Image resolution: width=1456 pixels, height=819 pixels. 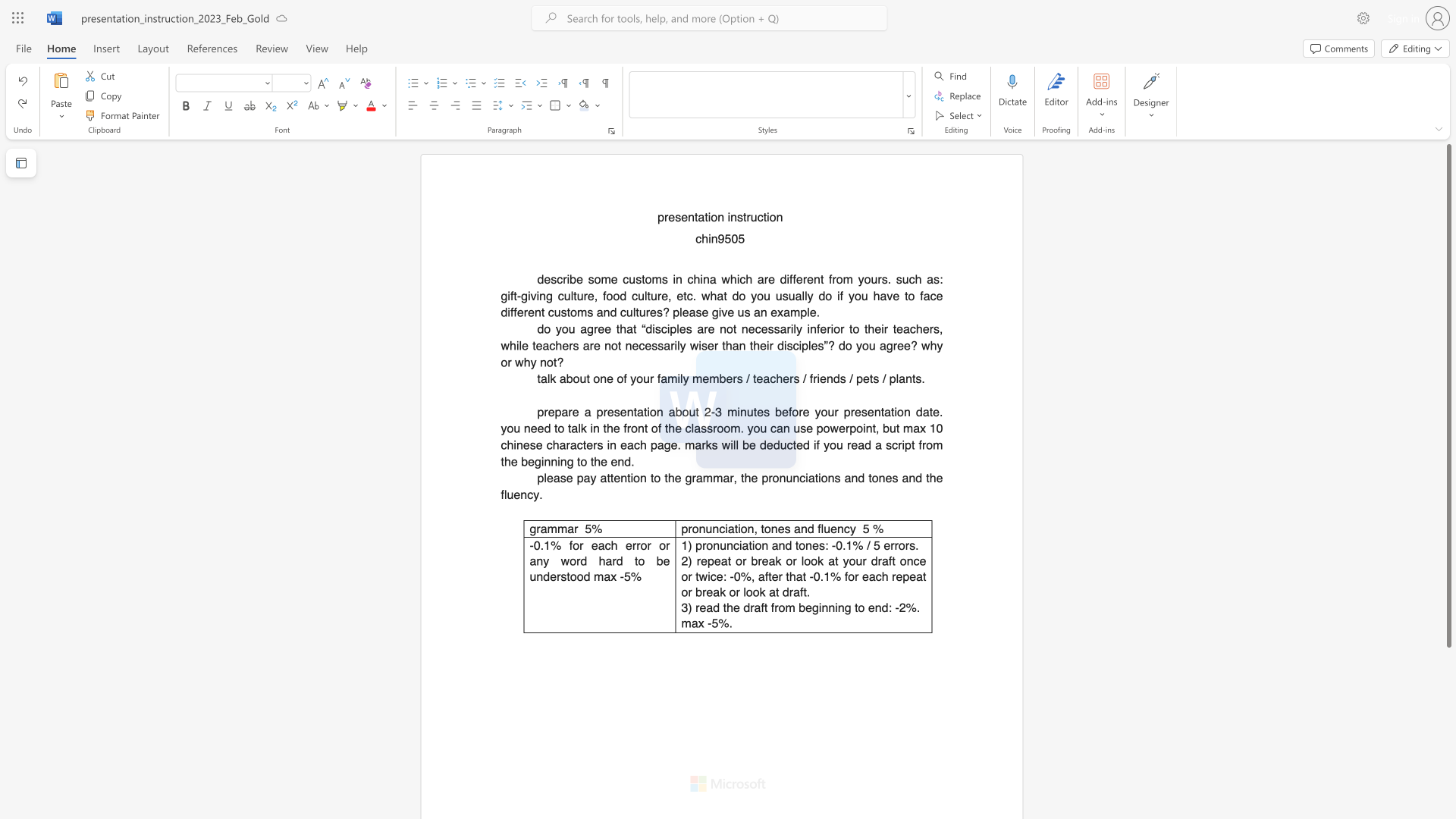 I want to click on the scrollbar on the right side to scroll the page down, so click(x=1448, y=681).